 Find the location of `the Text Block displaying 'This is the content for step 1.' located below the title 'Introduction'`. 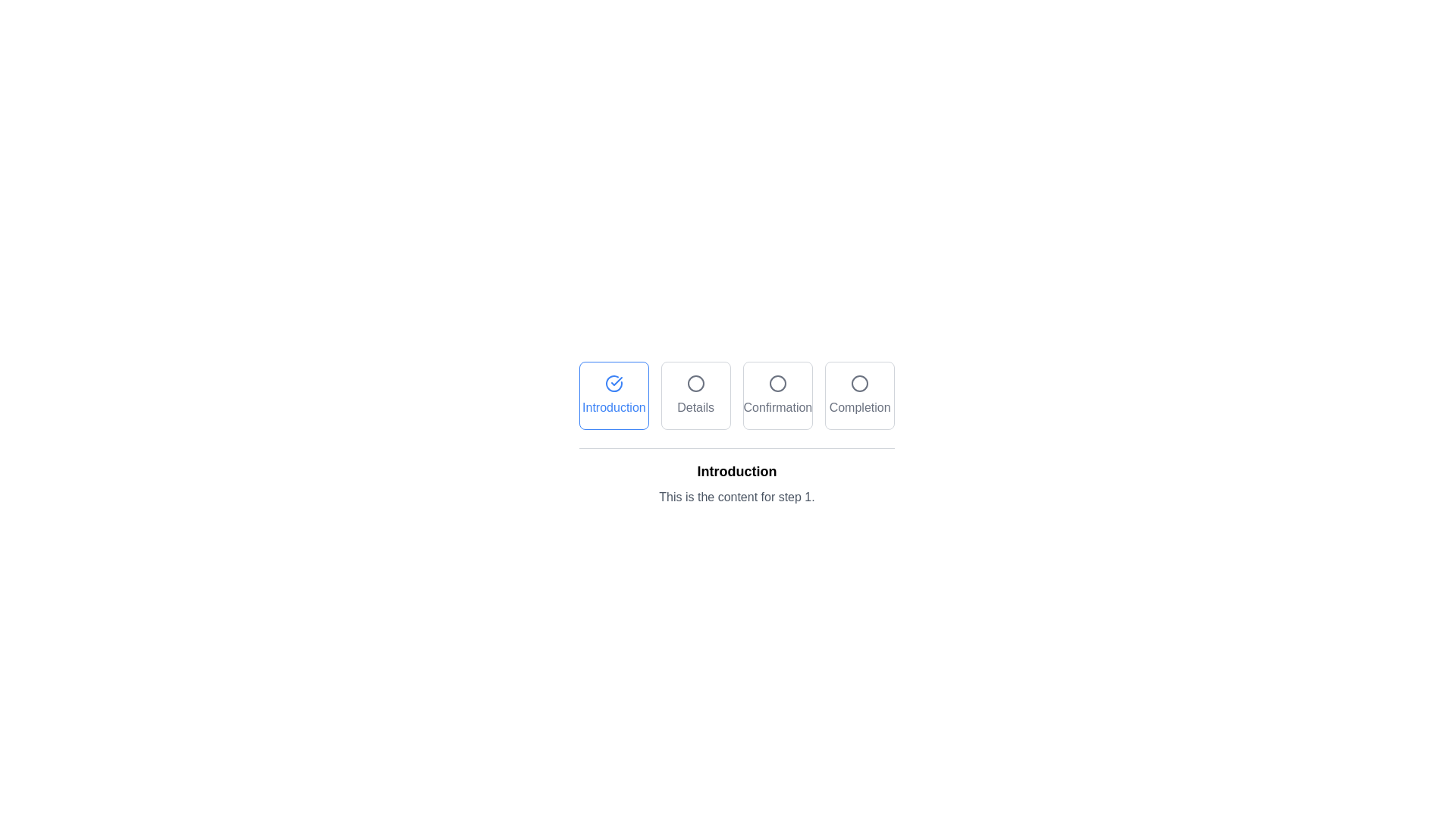

the Text Block displaying 'This is the content for step 1.' located below the title 'Introduction' is located at coordinates (736, 497).